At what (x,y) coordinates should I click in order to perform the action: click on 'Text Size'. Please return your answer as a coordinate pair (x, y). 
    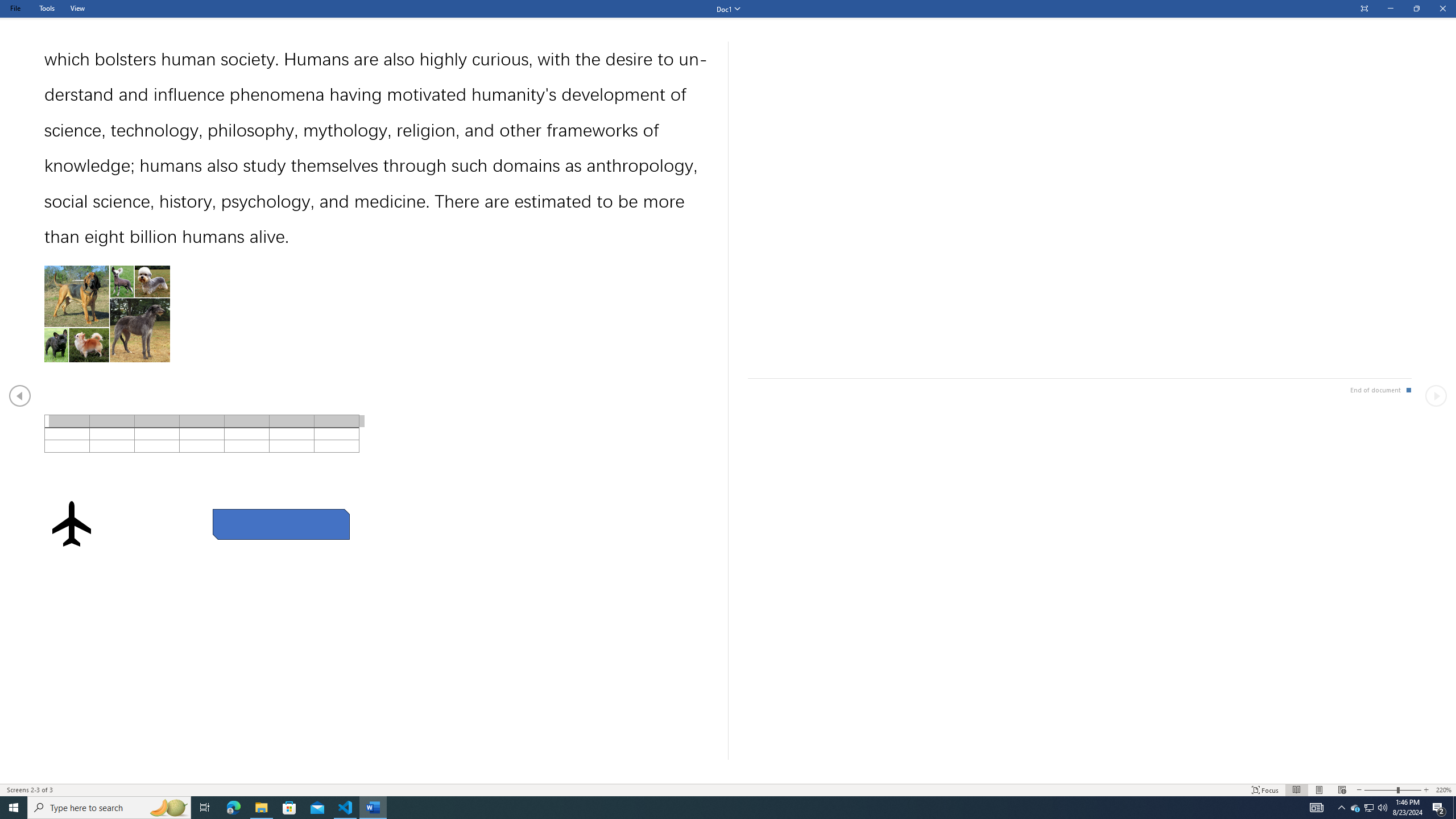
    Looking at the image, I should click on (1392, 790).